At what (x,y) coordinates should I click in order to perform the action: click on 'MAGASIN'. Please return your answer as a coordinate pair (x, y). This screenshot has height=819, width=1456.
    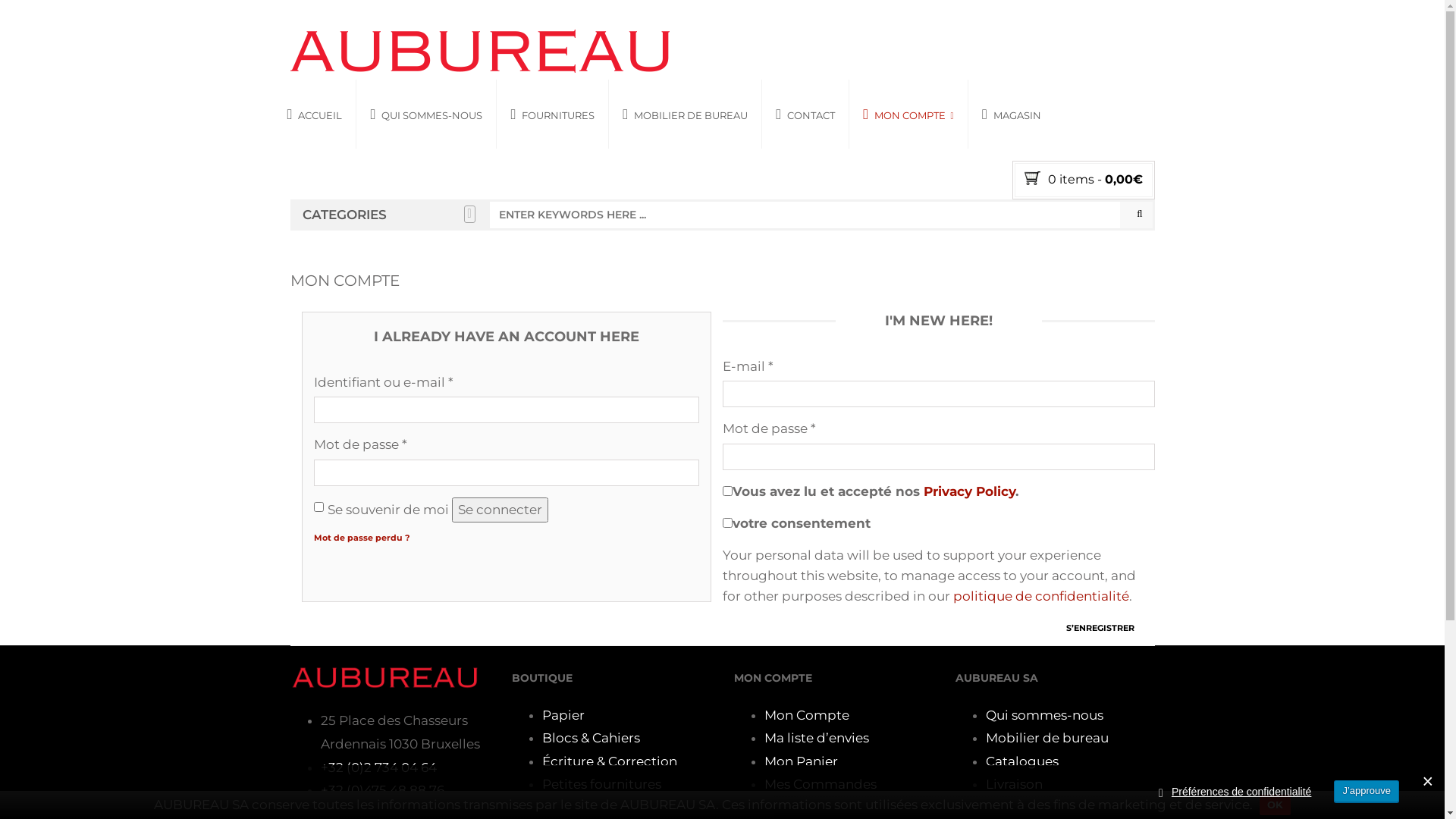
    Looking at the image, I should click on (967, 113).